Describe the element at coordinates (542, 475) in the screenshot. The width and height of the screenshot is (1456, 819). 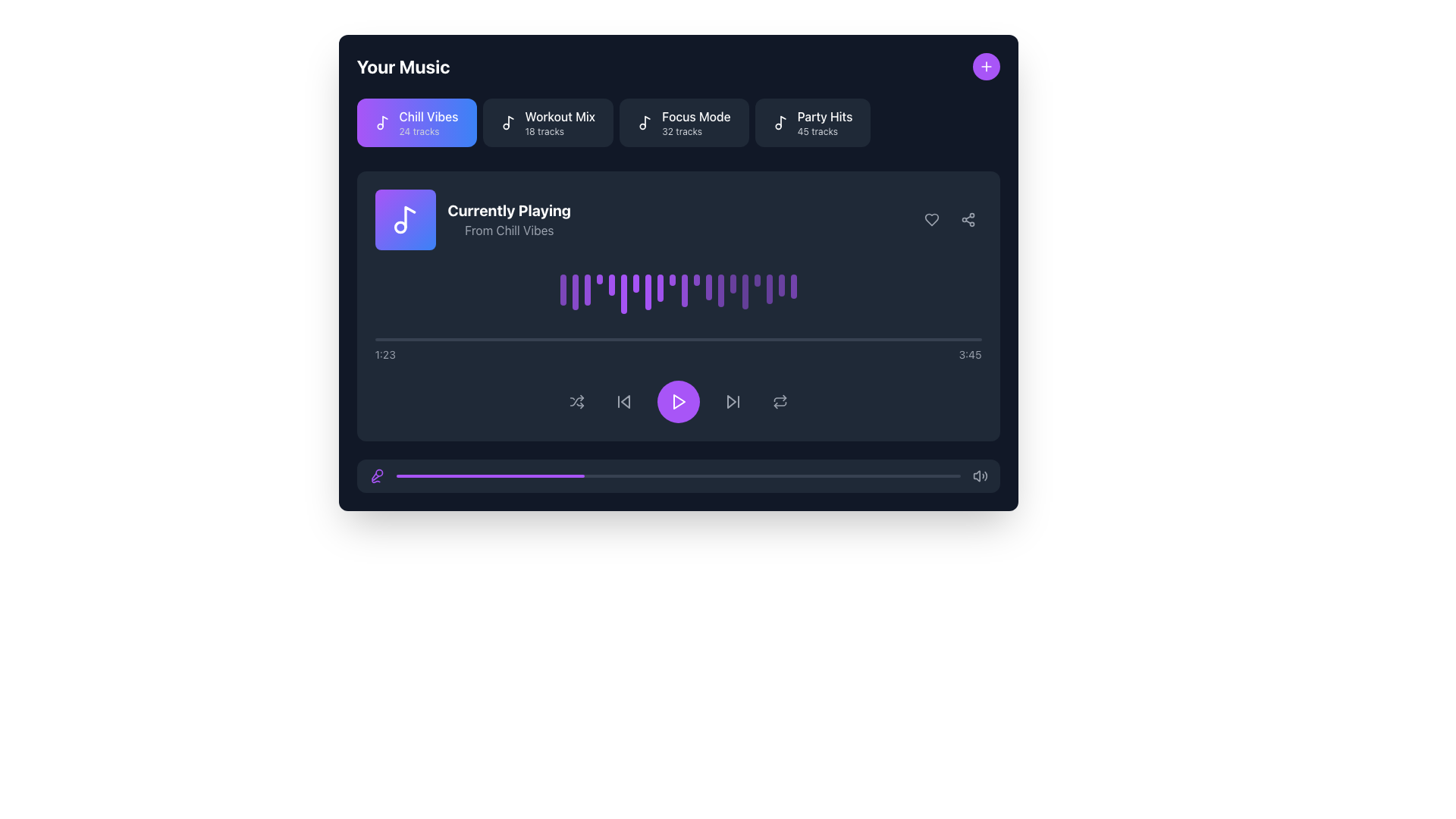
I see `the music progress bar` at that location.